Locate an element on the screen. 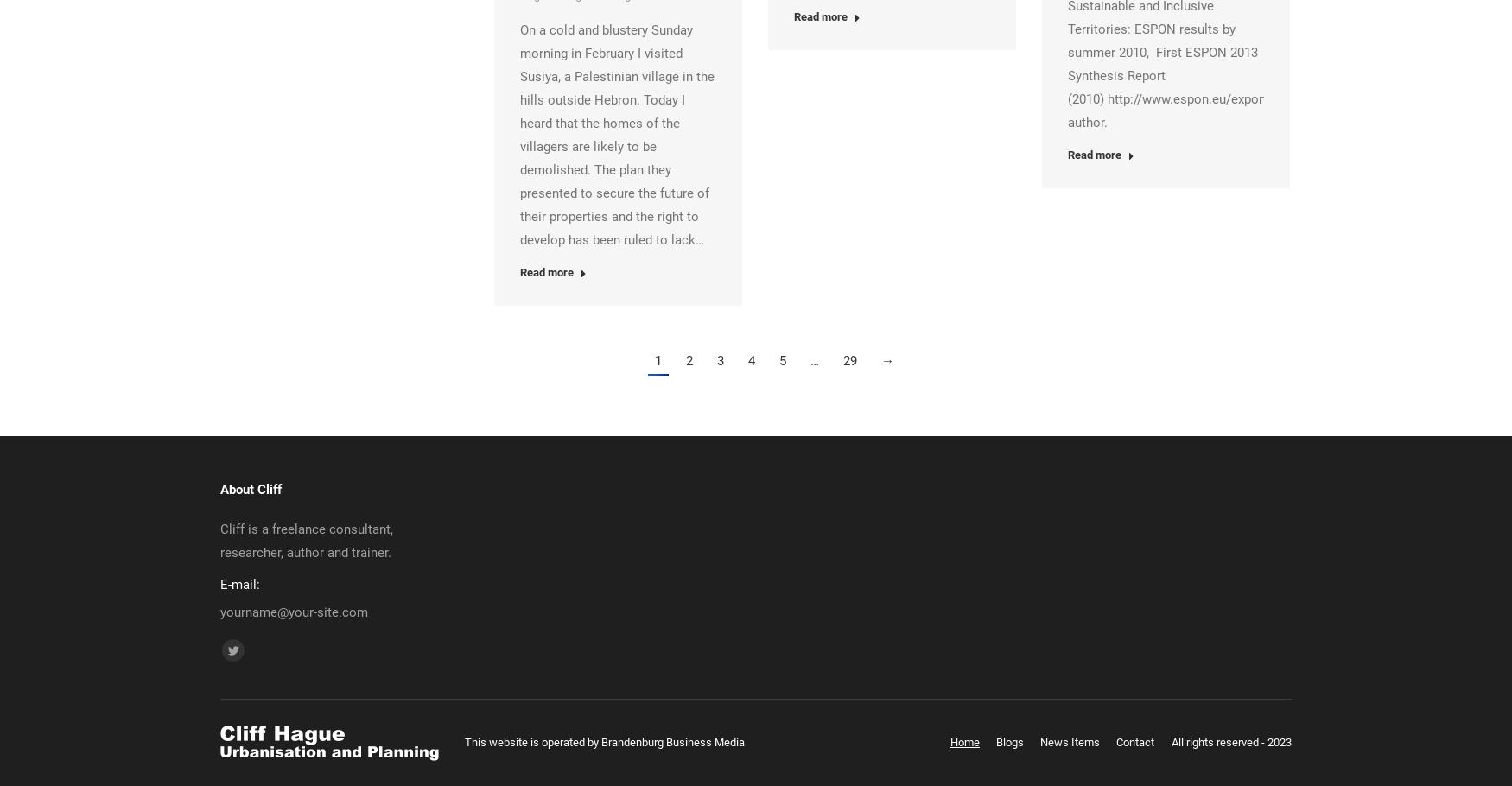 This screenshot has height=786, width=1512. '3' is located at coordinates (721, 358).